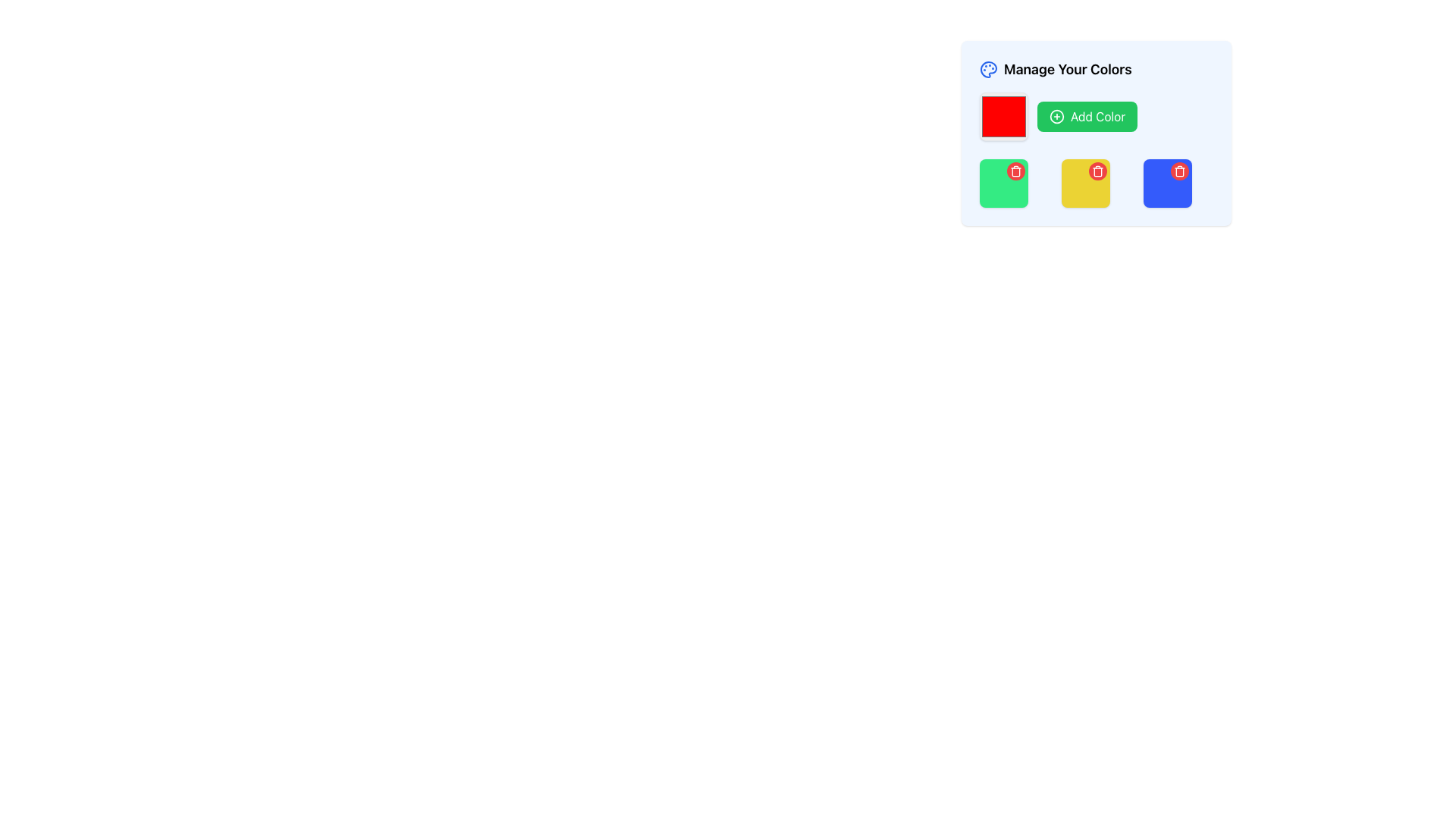  What do you see at coordinates (1056, 116) in the screenshot?
I see `the Circular SVG element that is part of the 'Add Color' button, which visually represents the add functionality within the 'Manage Your Colors' group` at bounding box center [1056, 116].